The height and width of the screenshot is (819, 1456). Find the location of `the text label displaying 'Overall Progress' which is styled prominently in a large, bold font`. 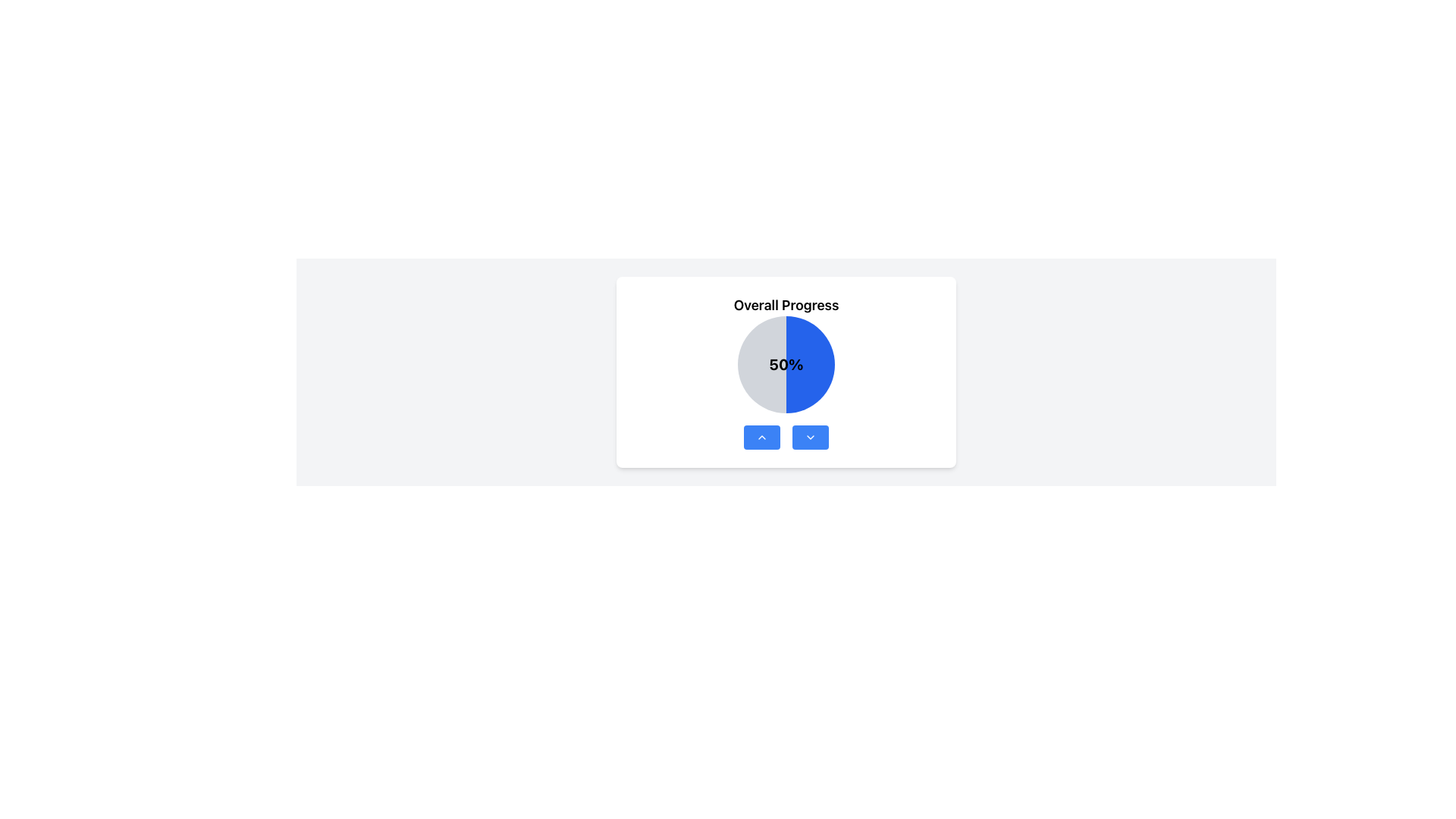

the text label displaying 'Overall Progress' which is styled prominently in a large, bold font is located at coordinates (786, 305).